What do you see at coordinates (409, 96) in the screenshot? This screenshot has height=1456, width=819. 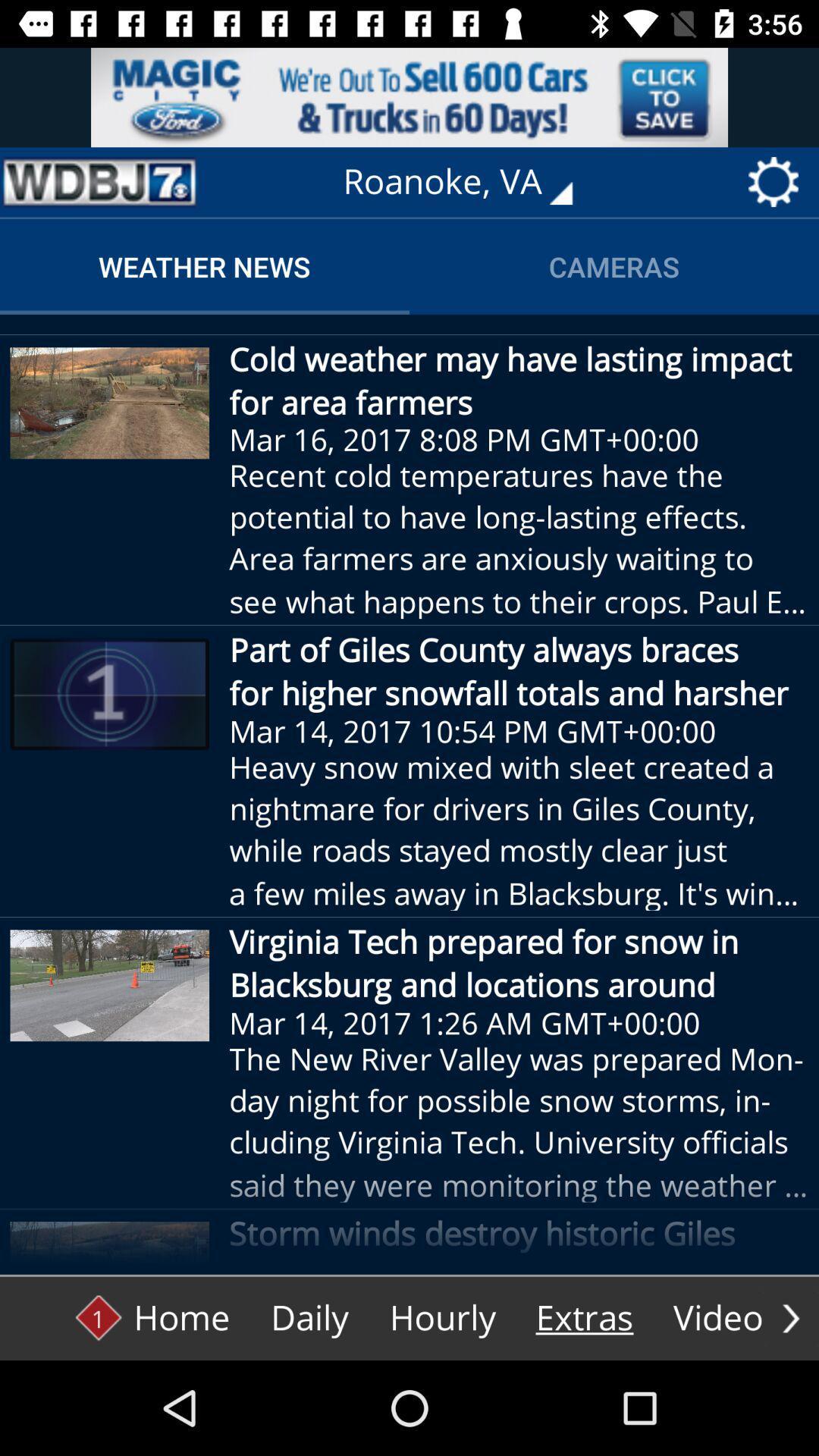 I see `the advertisement` at bounding box center [409, 96].